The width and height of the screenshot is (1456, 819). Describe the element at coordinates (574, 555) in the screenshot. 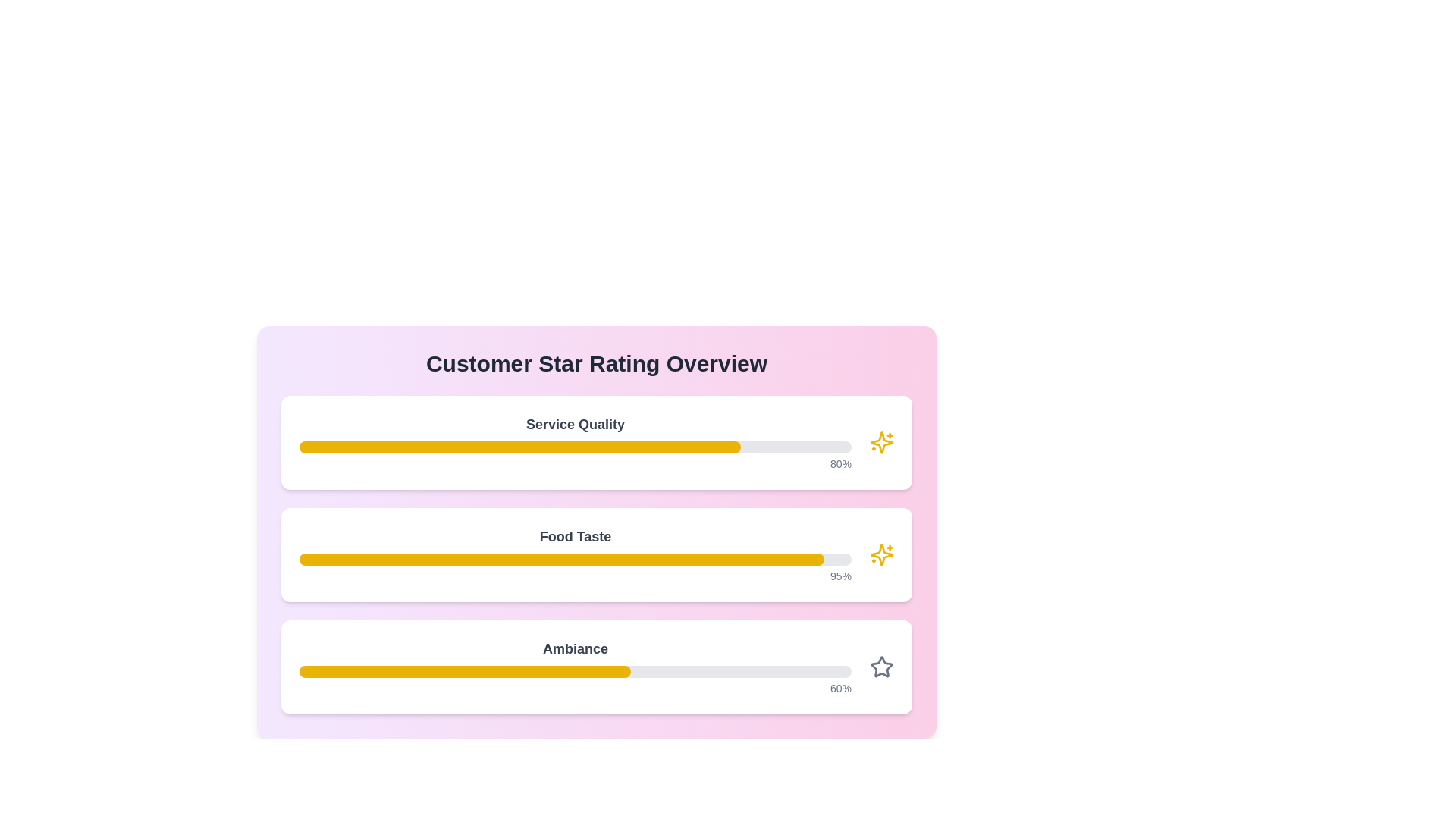

I see `the horizontal progress bar indicating 95% progress beneath the 'Food Taste' label` at that location.